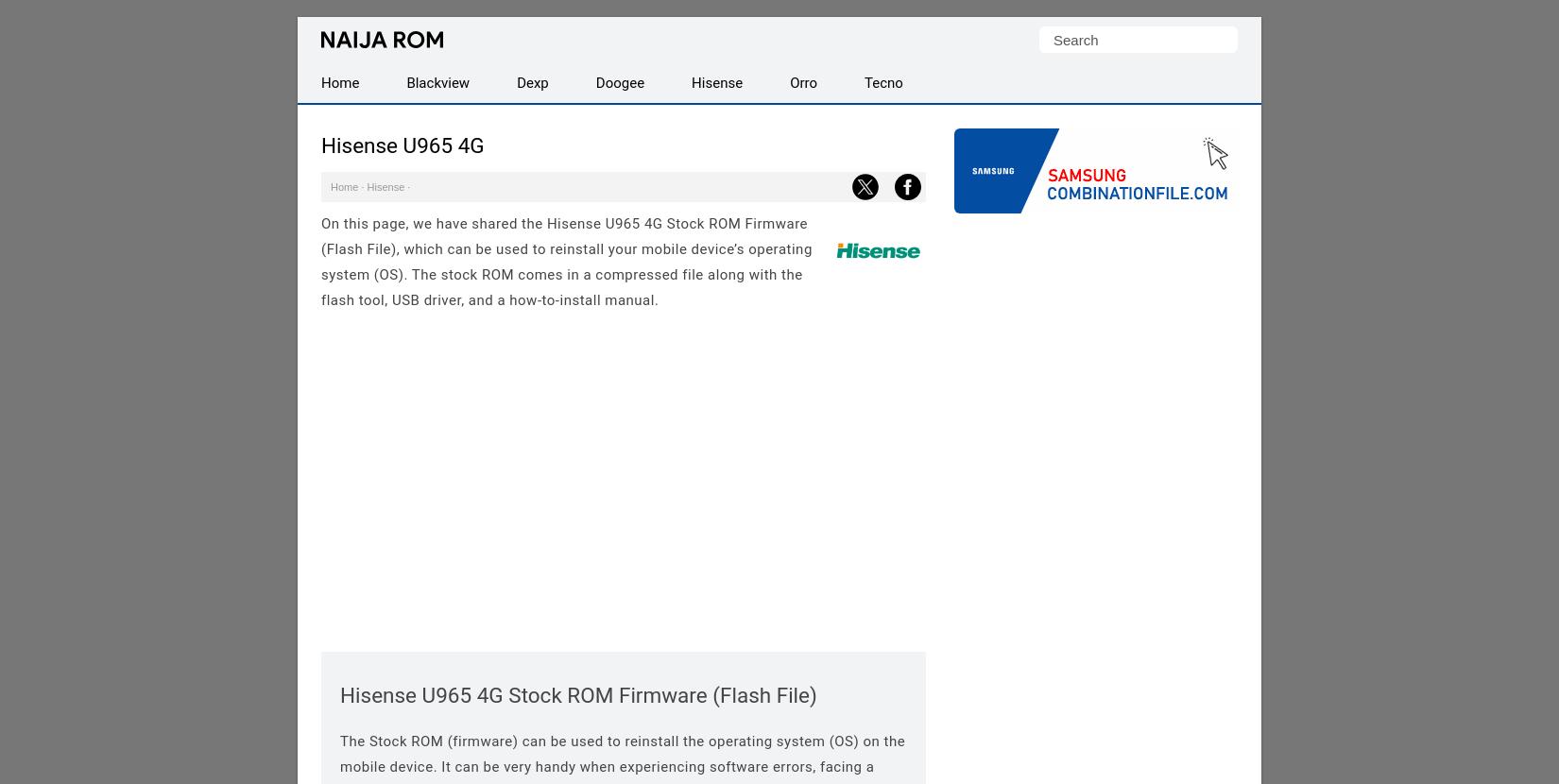  What do you see at coordinates (531, 82) in the screenshot?
I see `'Dexp'` at bounding box center [531, 82].